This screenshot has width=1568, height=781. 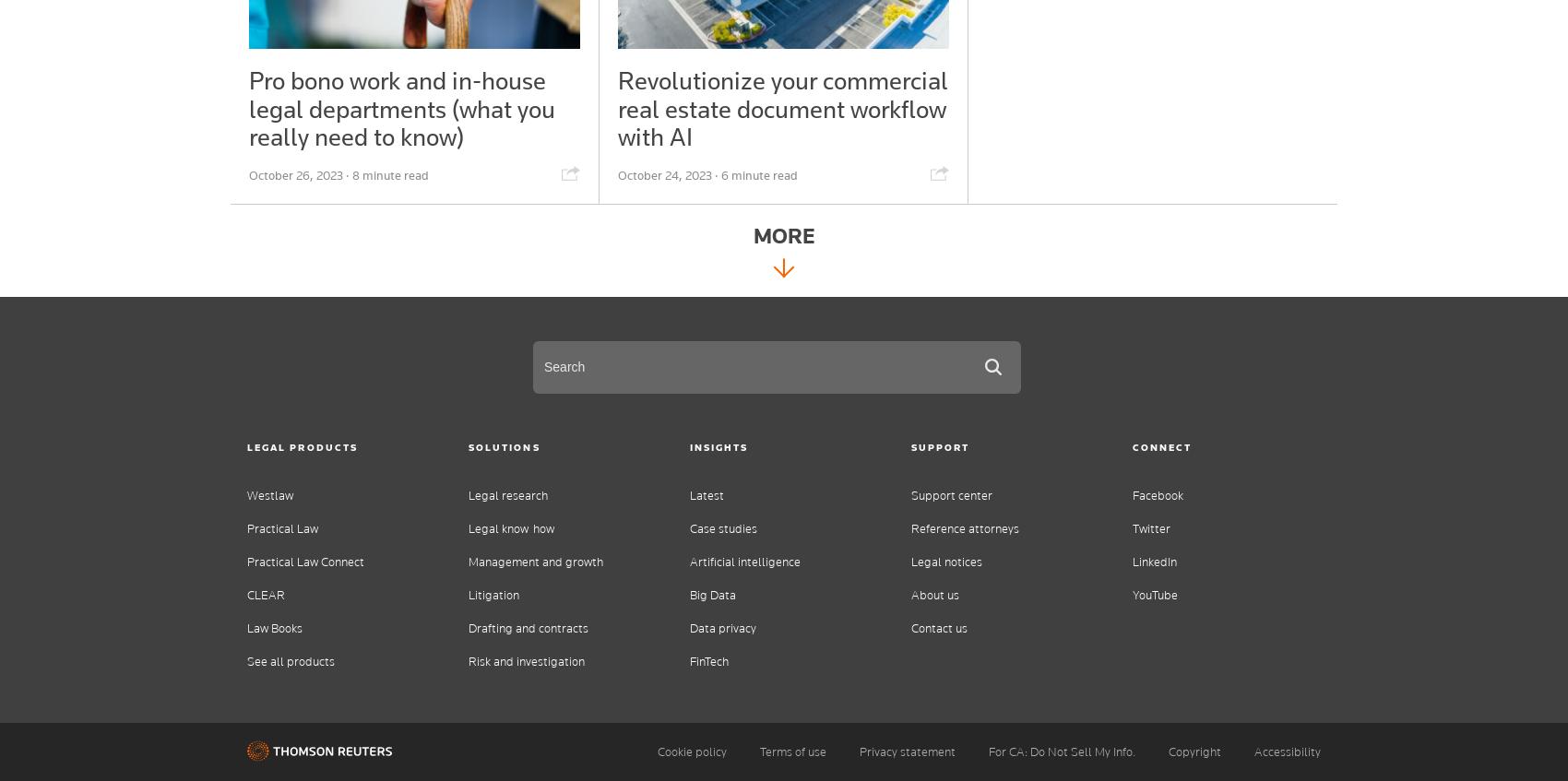 What do you see at coordinates (780, 108) in the screenshot?
I see `'Revolutionize your commercial real estate document workflow with AI'` at bounding box center [780, 108].